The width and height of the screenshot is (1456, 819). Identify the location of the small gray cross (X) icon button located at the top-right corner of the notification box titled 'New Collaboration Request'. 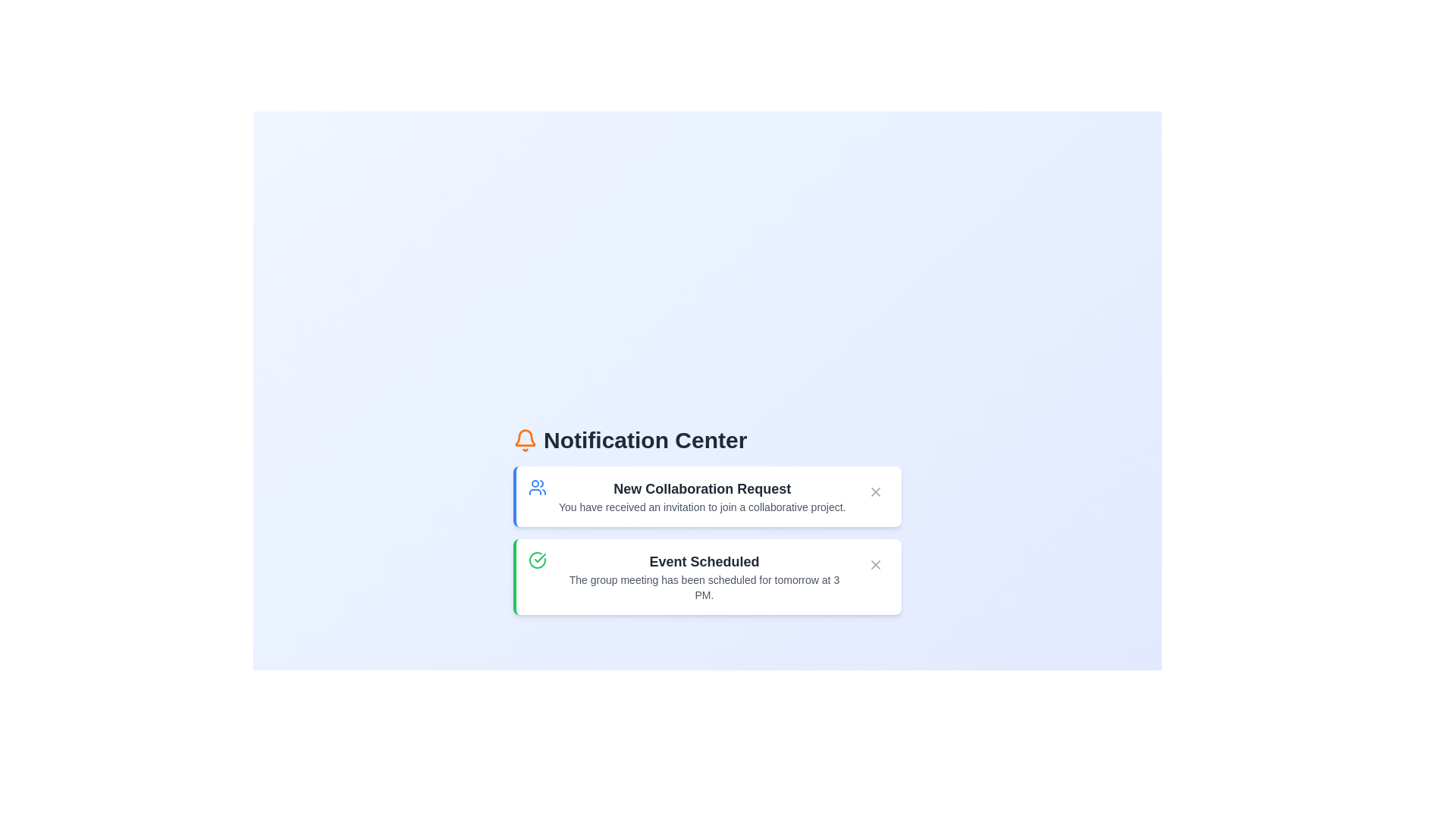
(876, 491).